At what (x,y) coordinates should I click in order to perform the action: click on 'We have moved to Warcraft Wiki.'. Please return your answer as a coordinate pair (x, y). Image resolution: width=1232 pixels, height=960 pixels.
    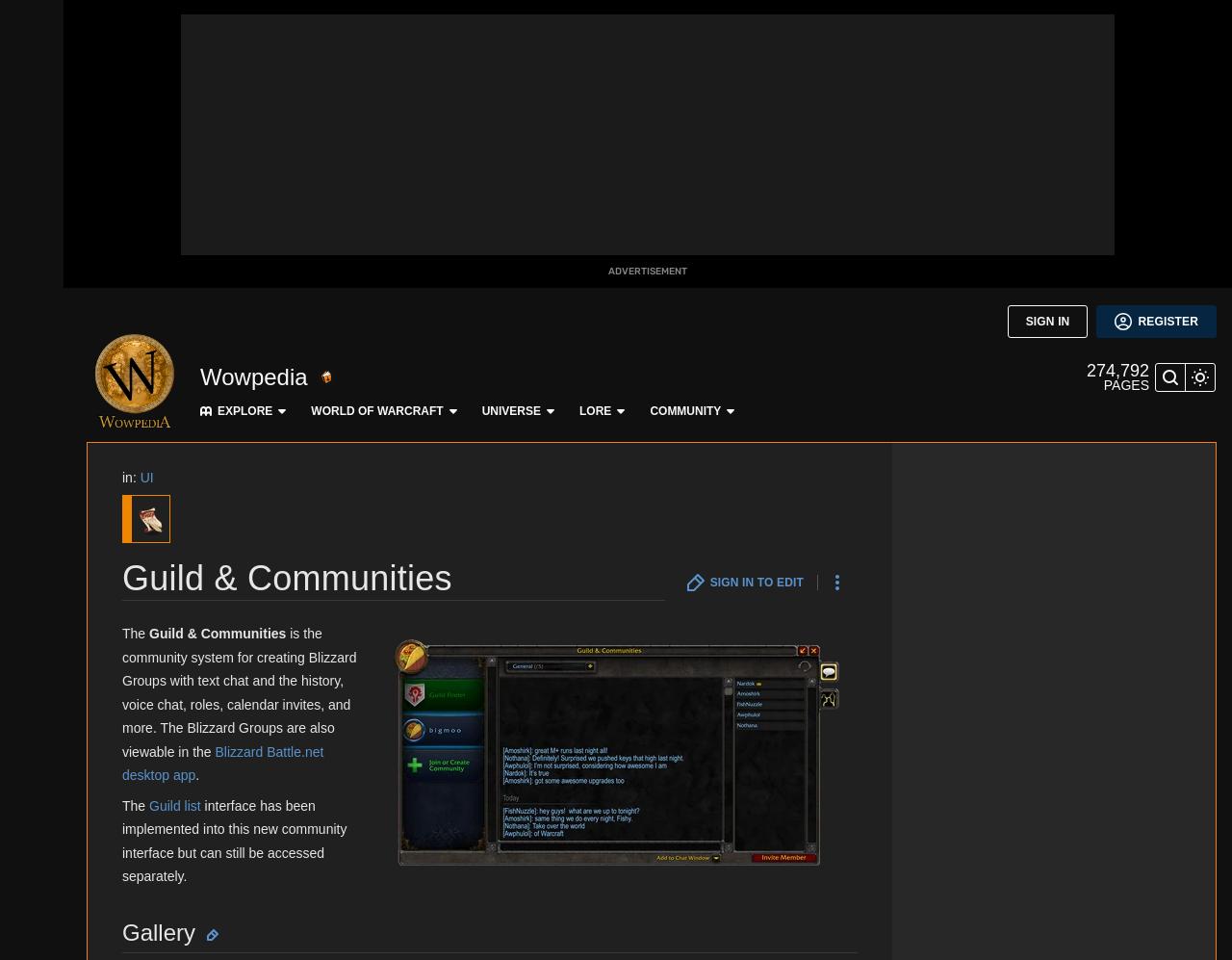
    Looking at the image, I should click on (207, 895).